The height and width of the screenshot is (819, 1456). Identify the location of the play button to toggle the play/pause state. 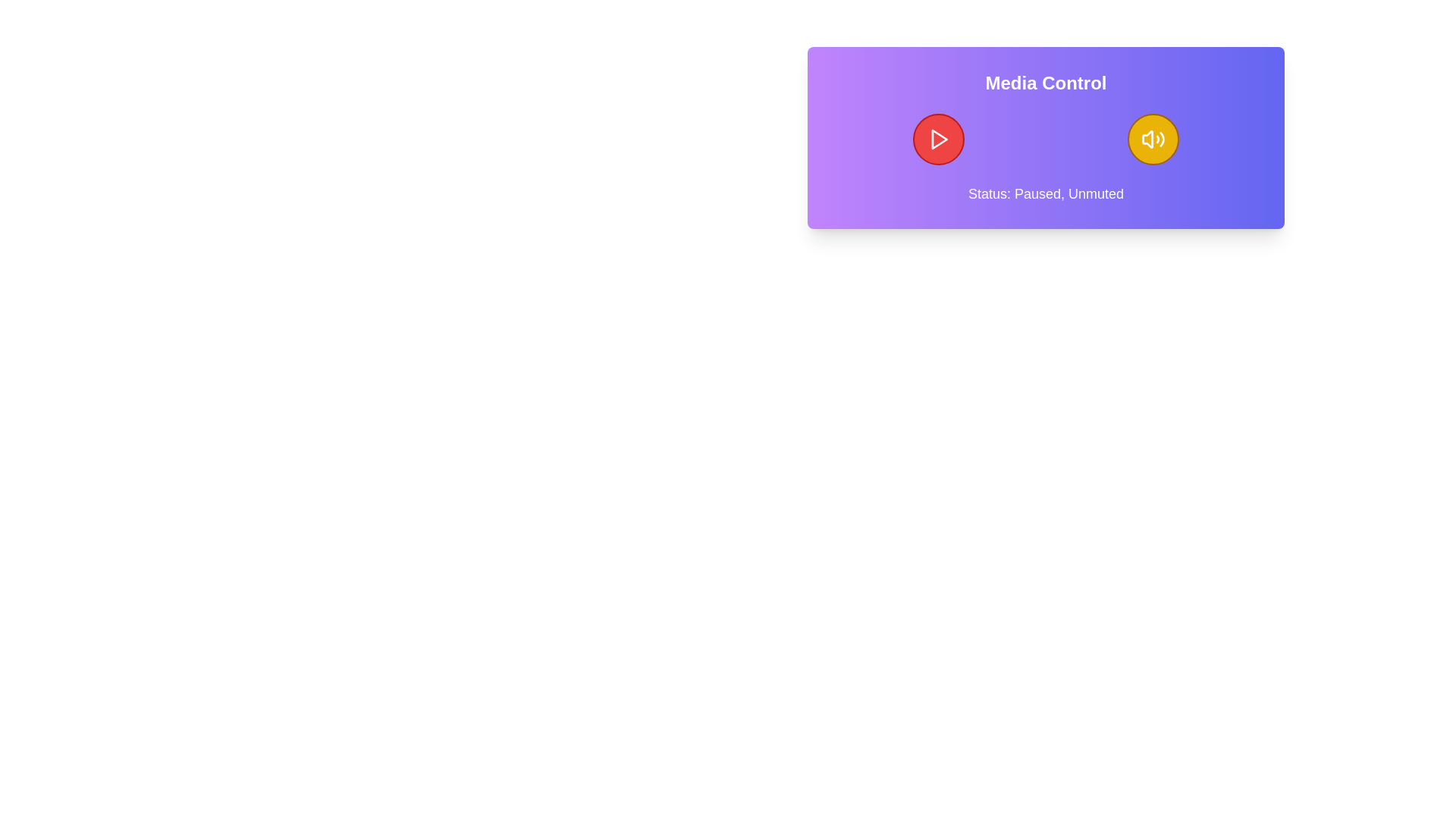
(938, 140).